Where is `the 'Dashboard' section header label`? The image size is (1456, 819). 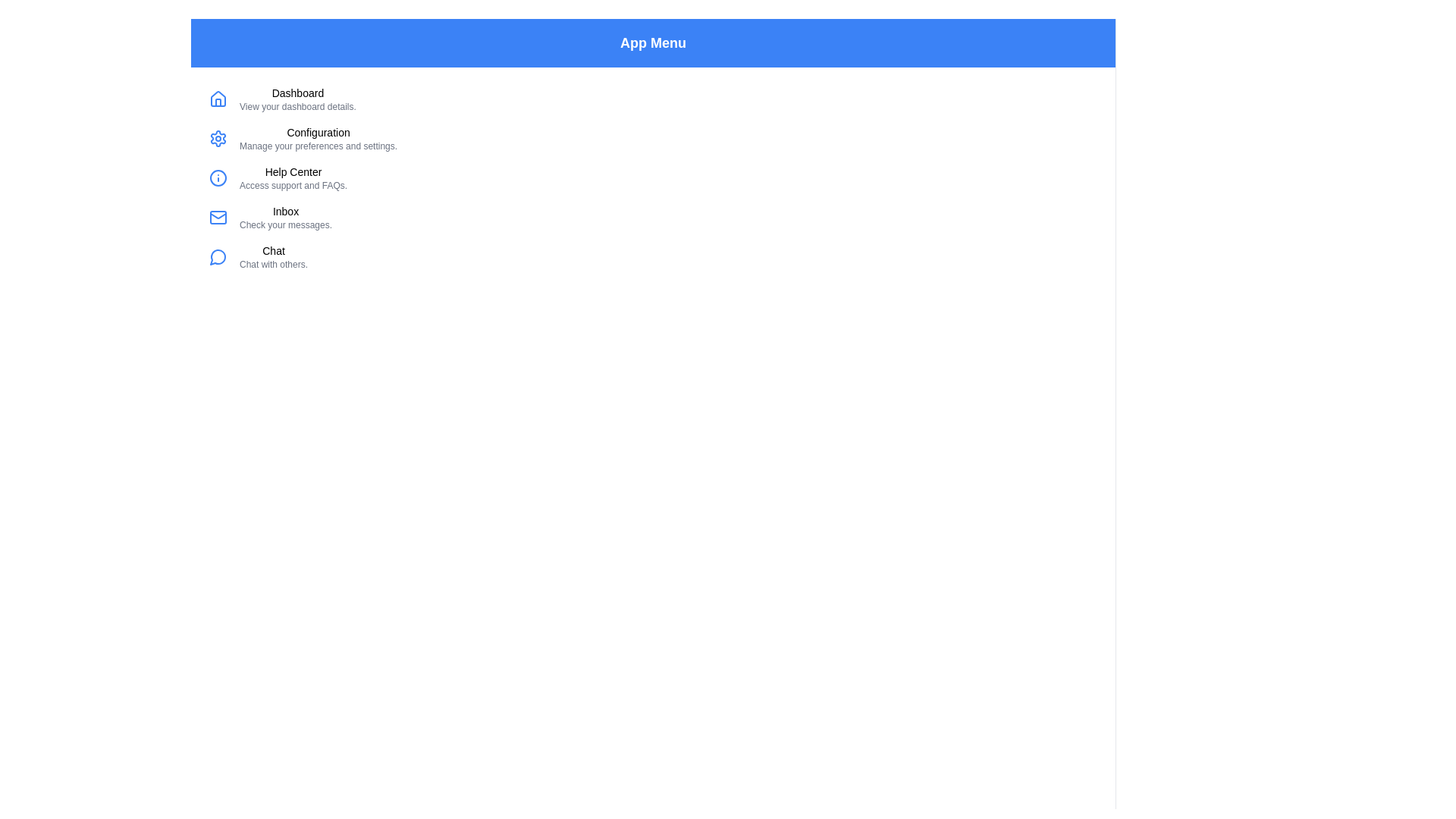 the 'Dashboard' section header label is located at coordinates (298, 93).